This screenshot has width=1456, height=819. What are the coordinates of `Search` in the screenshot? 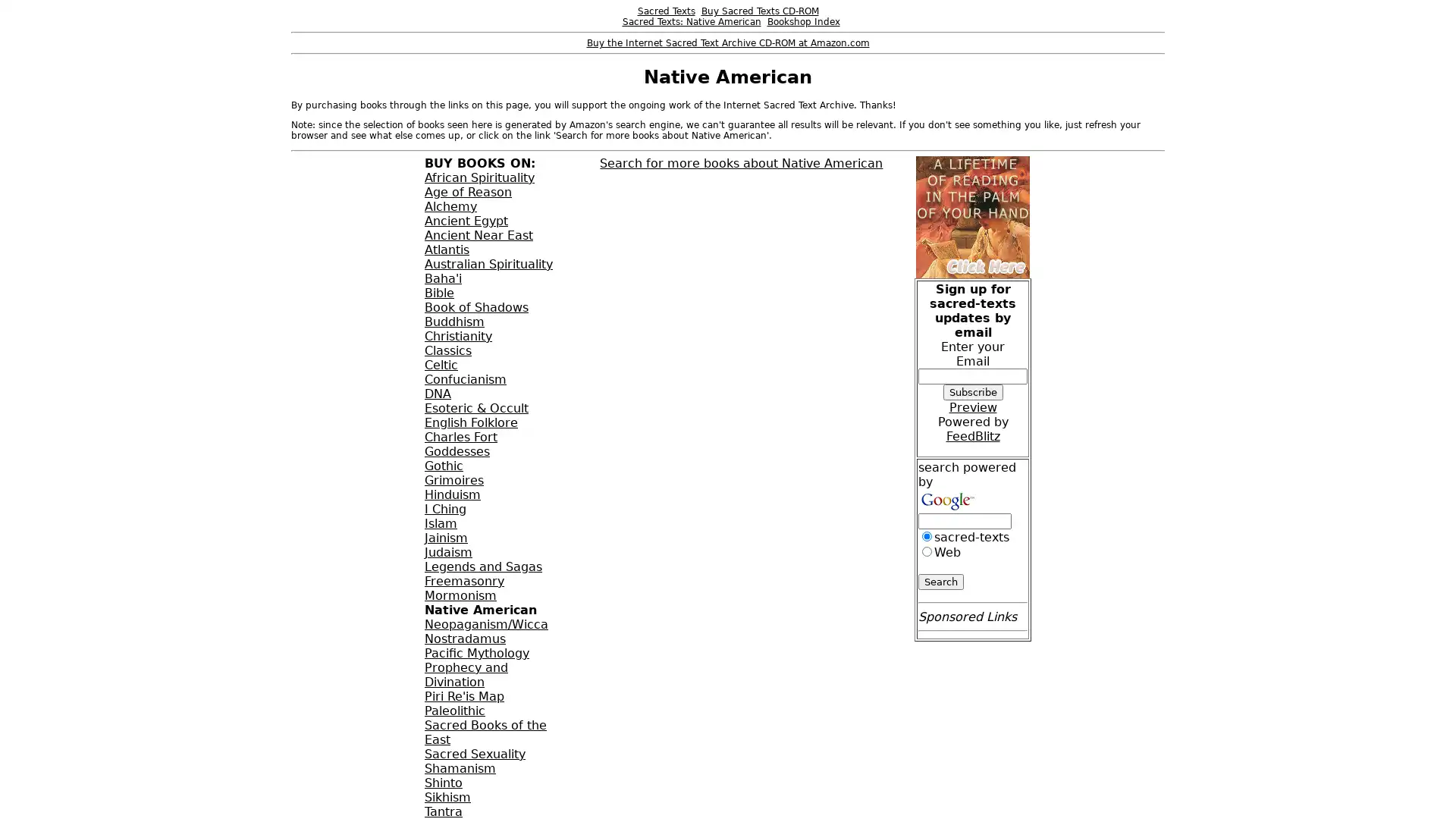 It's located at (940, 581).